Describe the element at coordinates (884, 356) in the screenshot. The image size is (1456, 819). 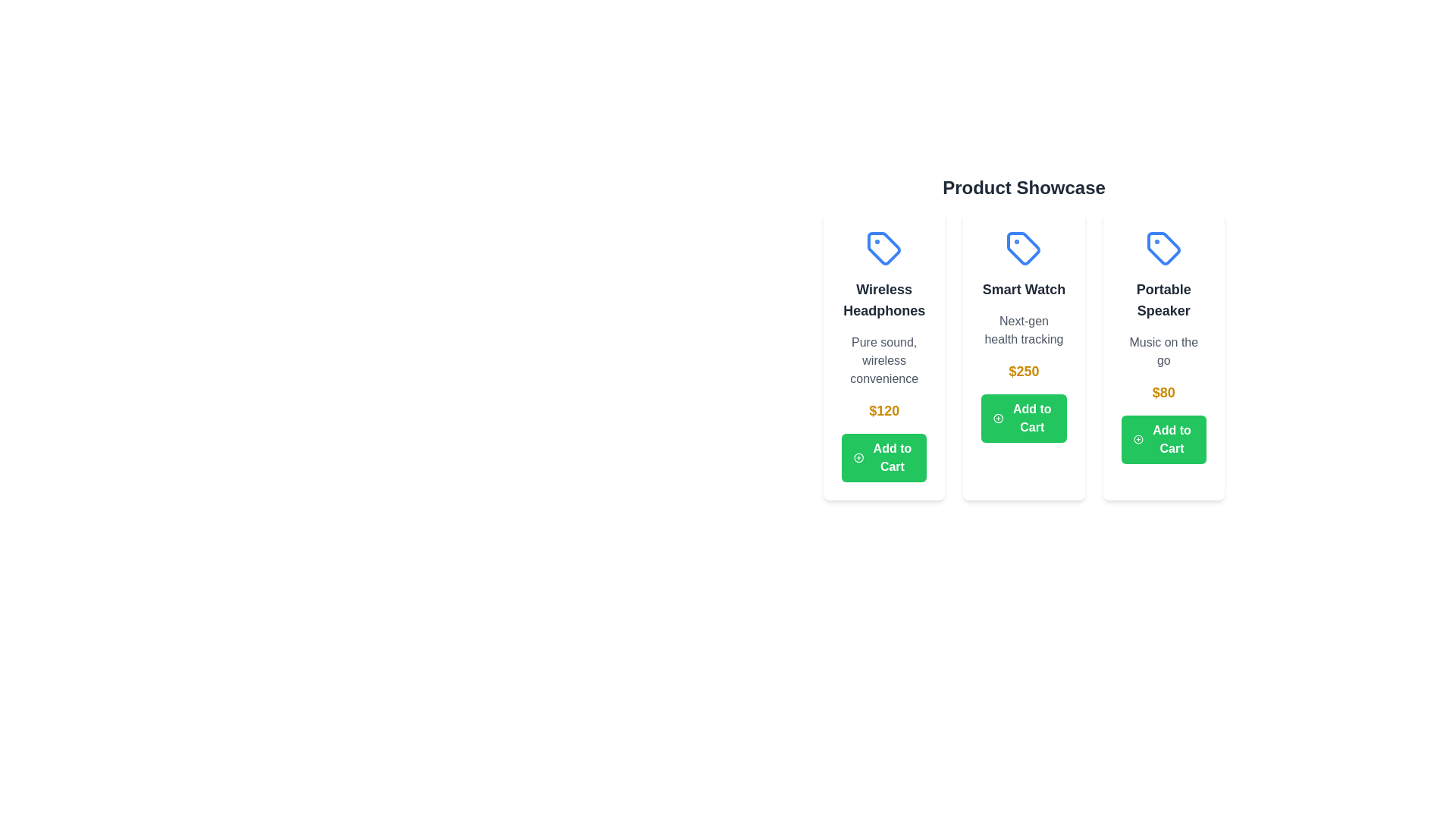
I see `the product card for Wireless Headphones` at that location.